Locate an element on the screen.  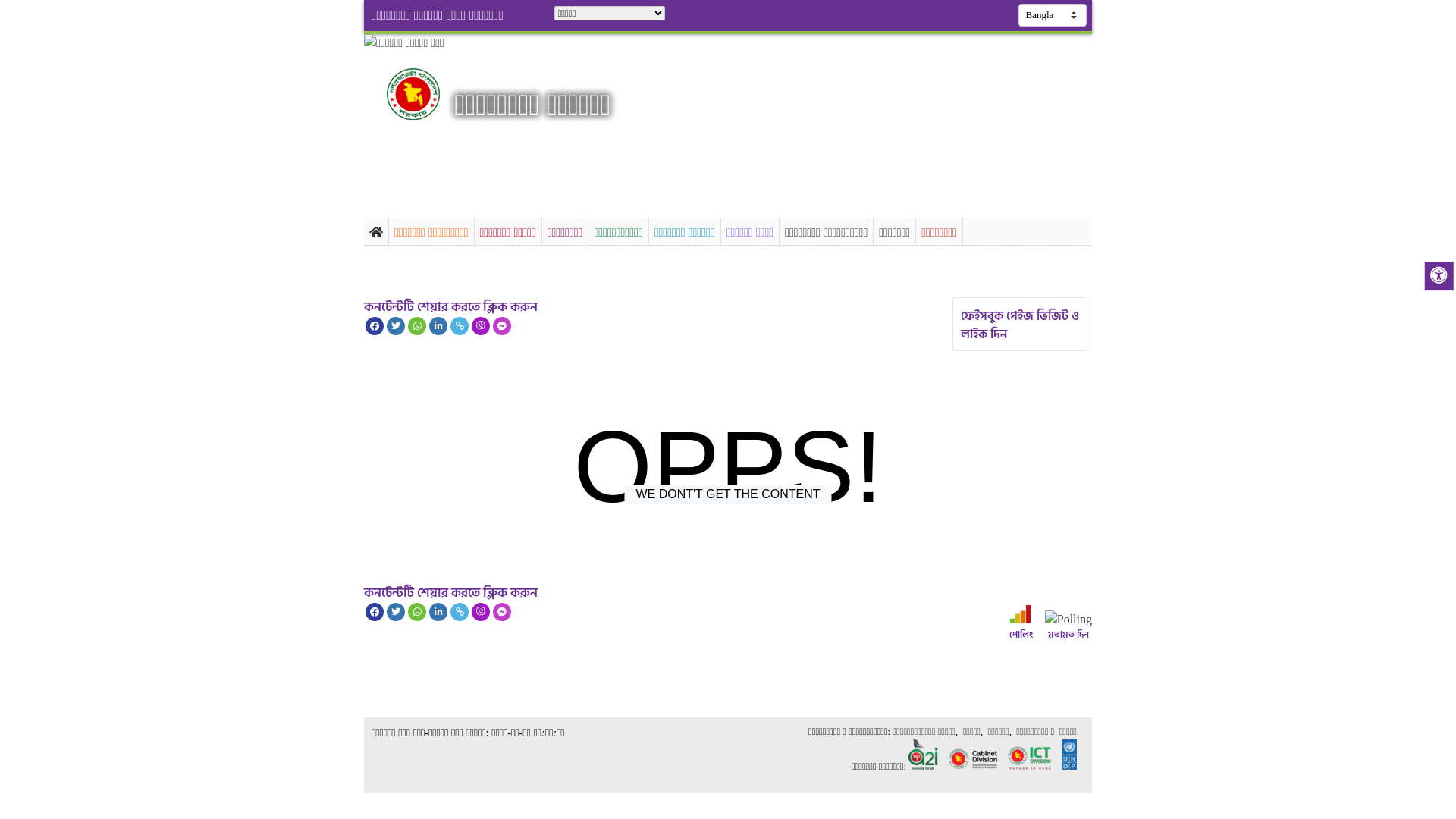
' is located at coordinates (425, 93).